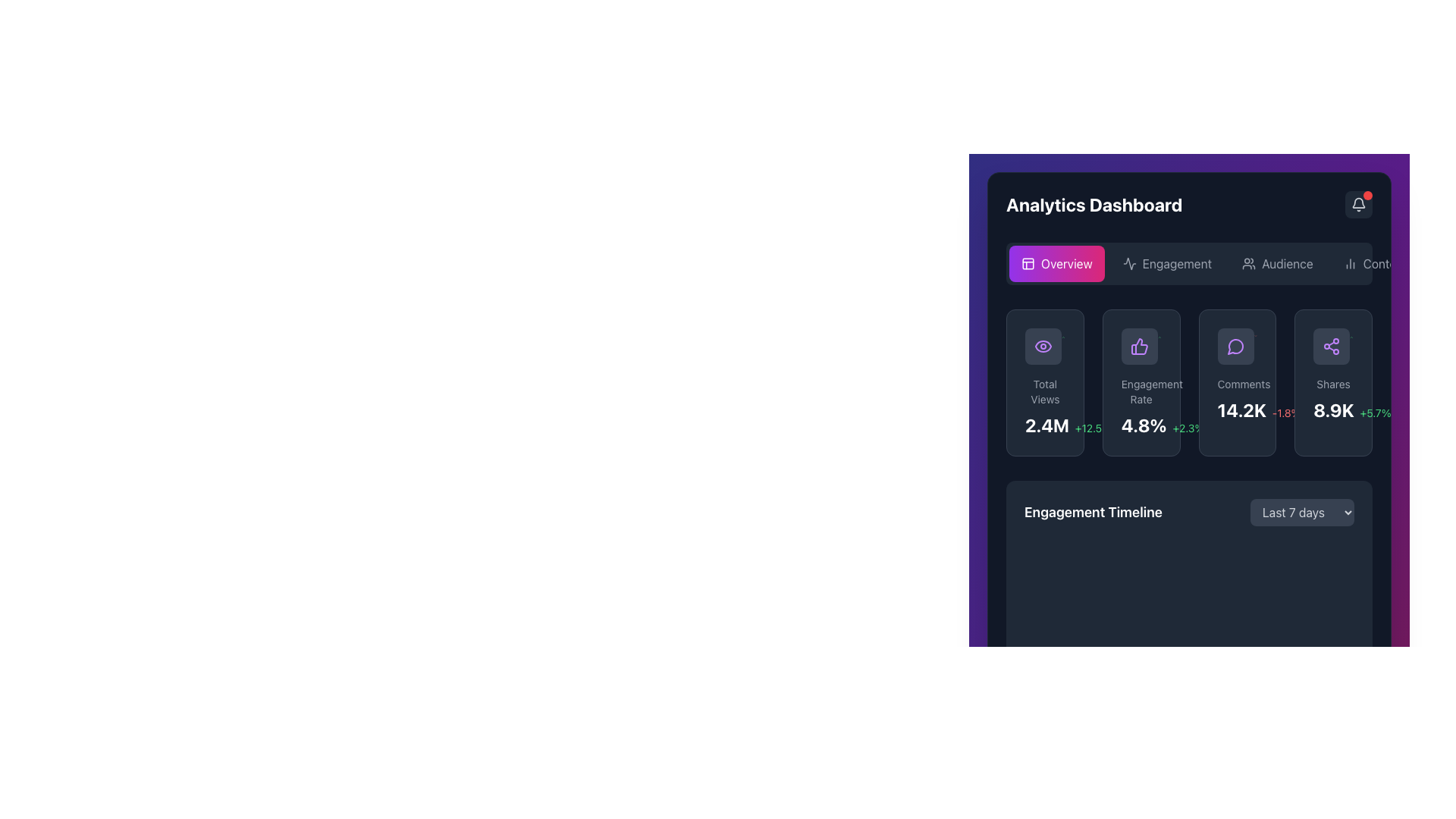 The width and height of the screenshot is (1456, 819). What do you see at coordinates (1129, 262) in the screenshot?
I see `the SVG icon representing the waveform in the 'Engagement' section of the Analytics Dashboard` at bounding box center [1129, 262].